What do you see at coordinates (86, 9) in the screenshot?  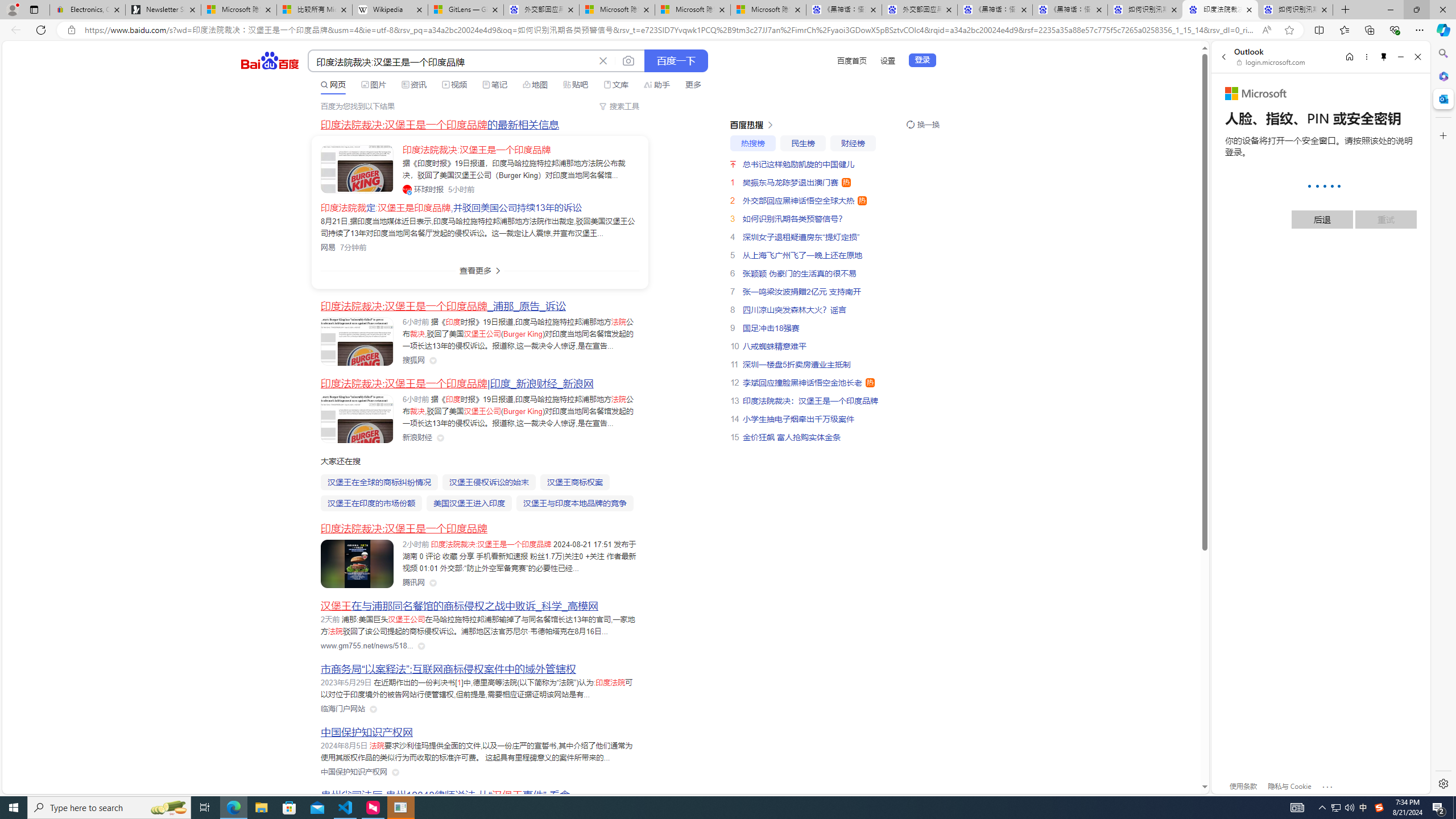 I see `'Electronics, Cars, Fashion, Collectibles & More | eBay'` at bounding box center [86, 9].